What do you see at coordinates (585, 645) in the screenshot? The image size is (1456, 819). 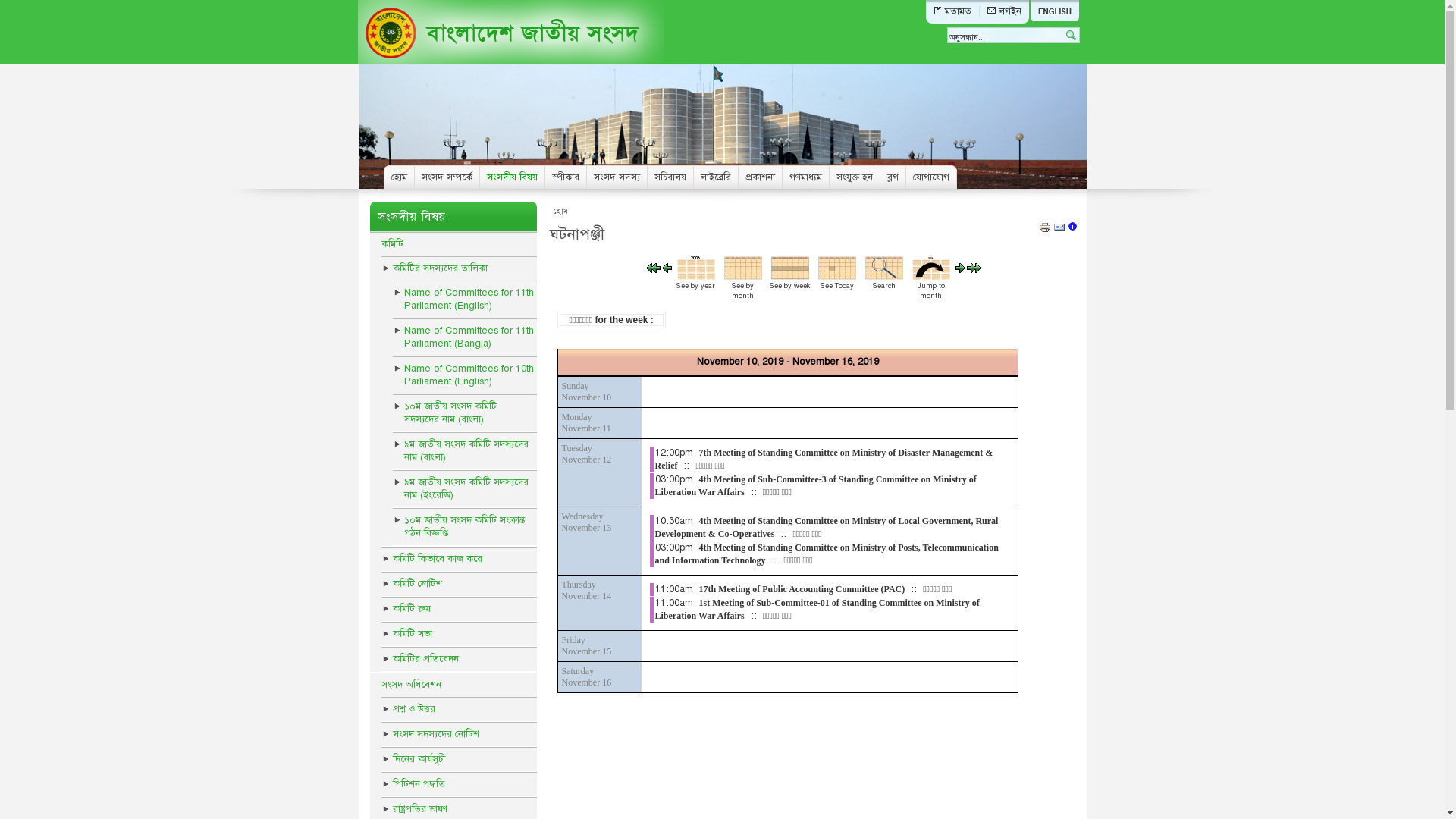 I see `'Friday` at bounding box center [585, 645].